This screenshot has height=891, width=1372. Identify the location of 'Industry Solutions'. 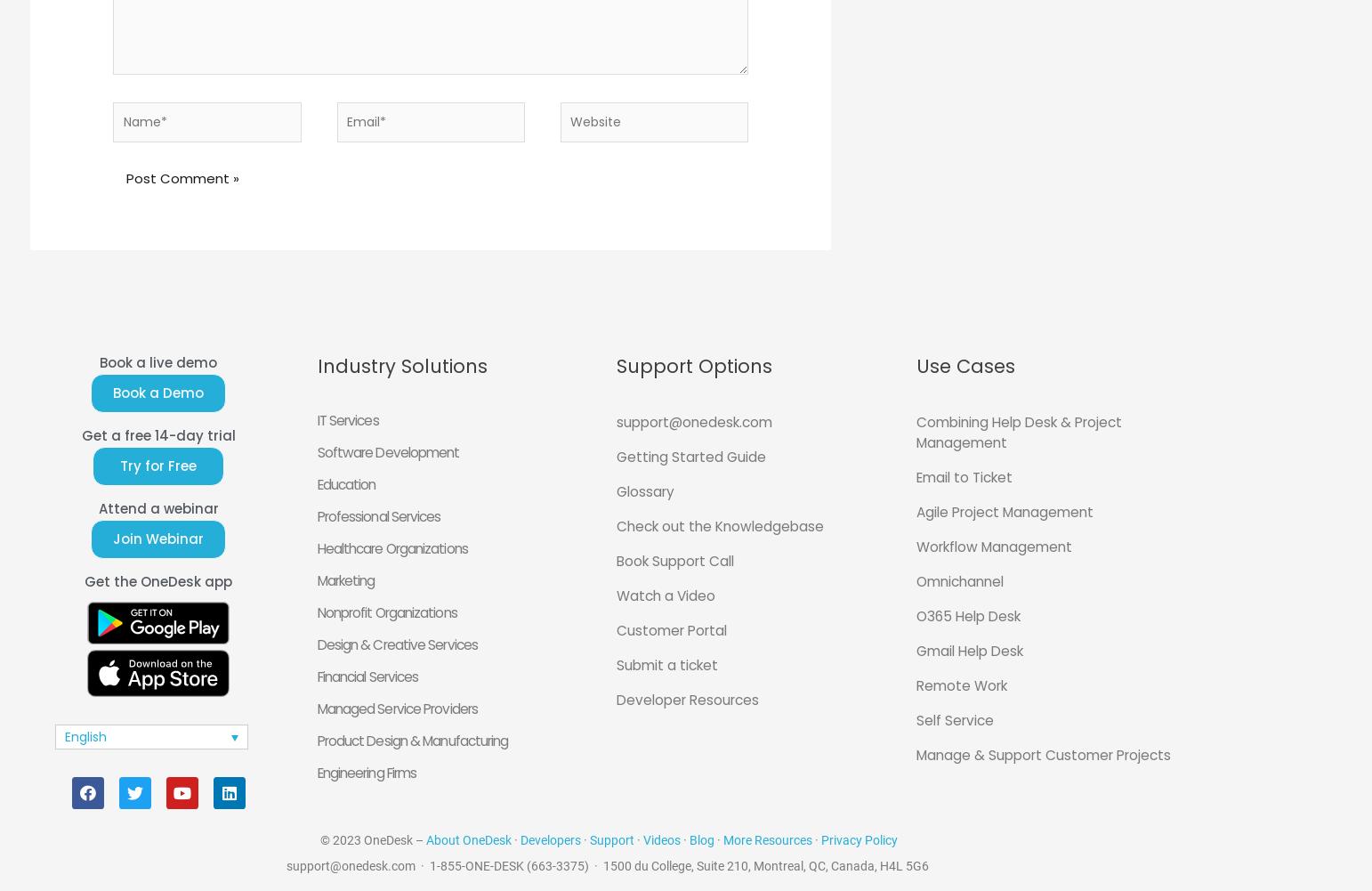
(401, 364).